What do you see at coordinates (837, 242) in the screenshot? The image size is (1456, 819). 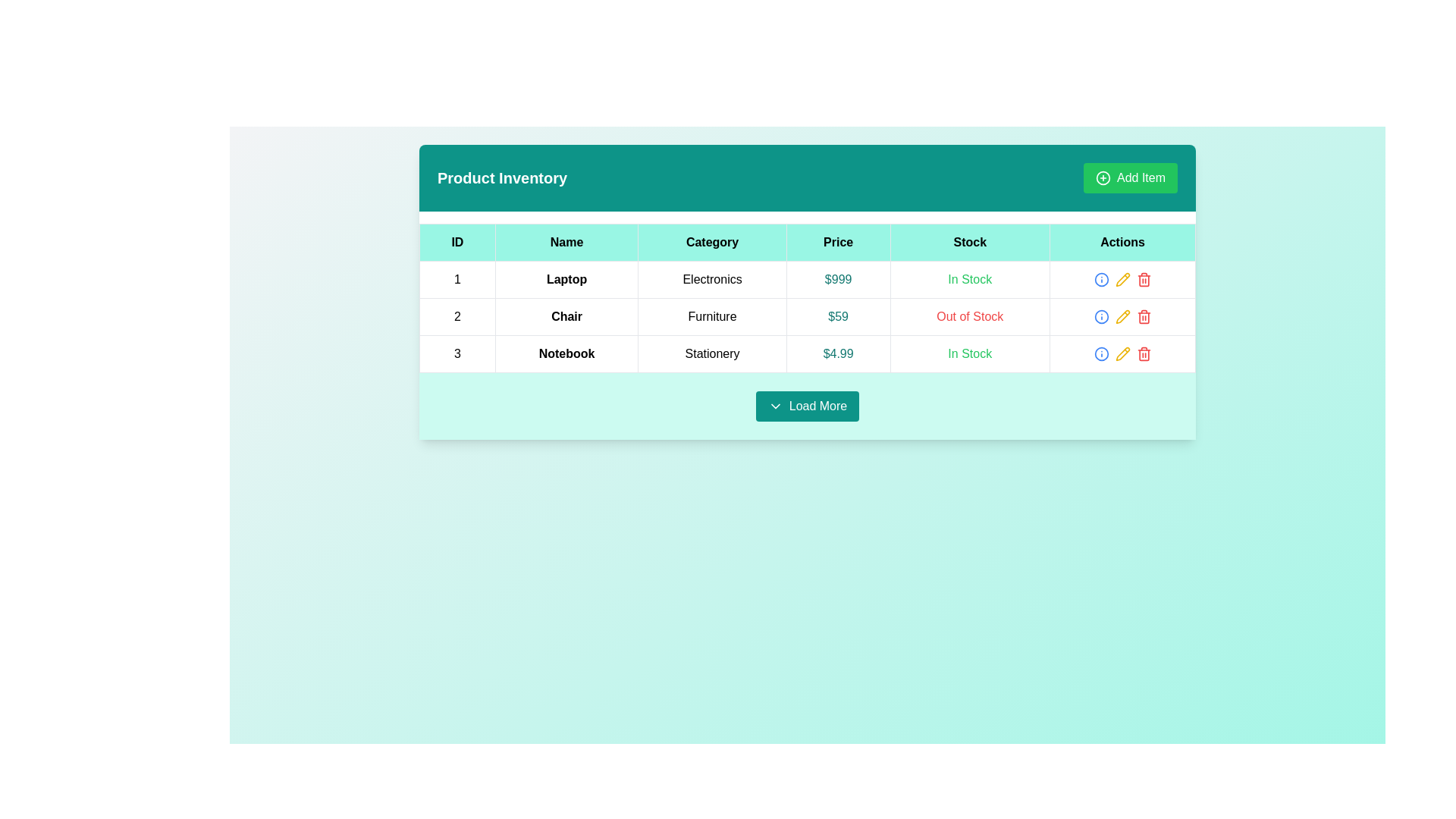 I see `the 'Price' table header cell, which is the fourth column header in a table displaying product attributes, with a light green background and bold black text` at bounding box center [837, 242].